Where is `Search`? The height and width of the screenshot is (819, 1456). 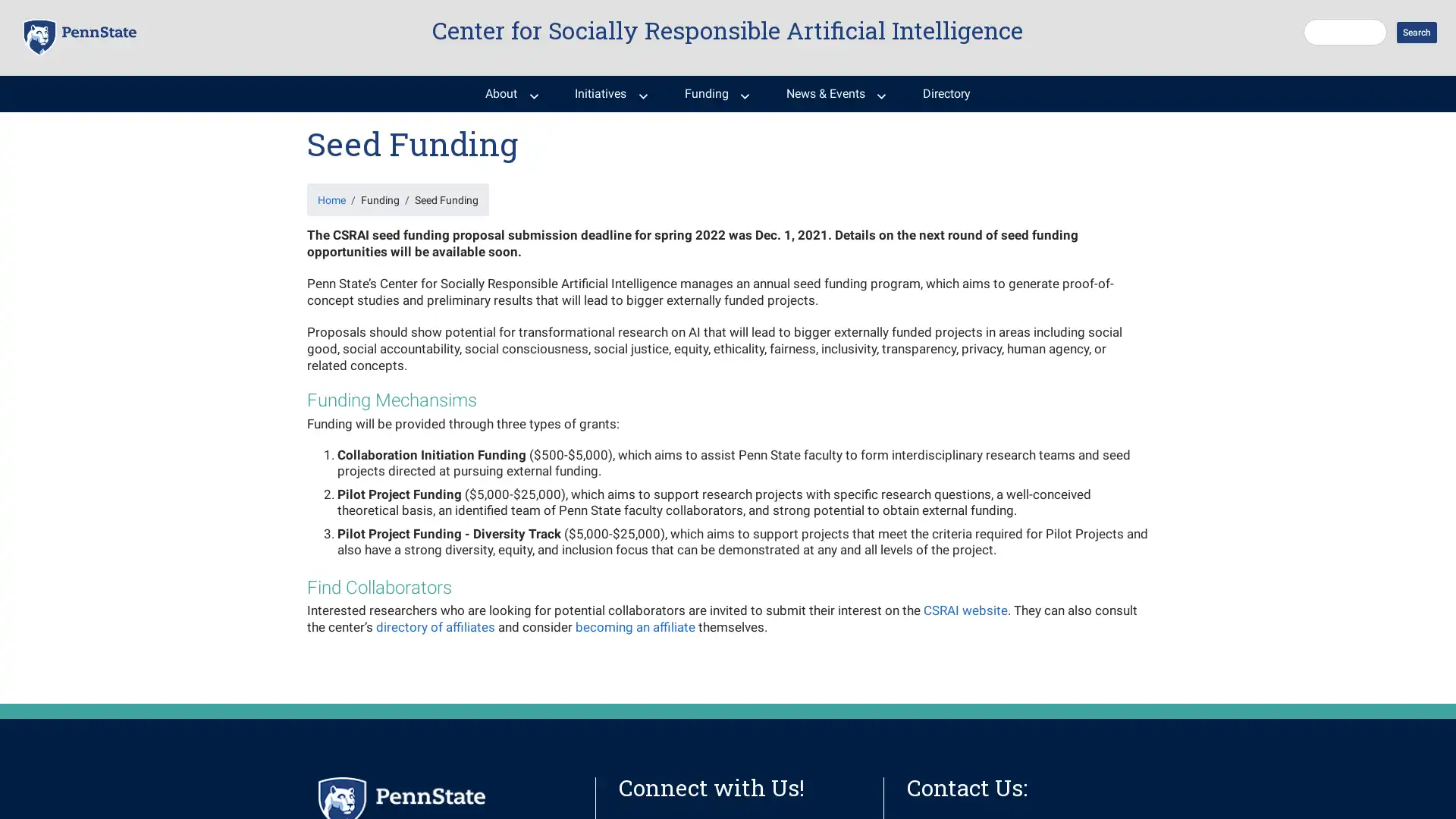
Search is located at coordinates (1415, 32).